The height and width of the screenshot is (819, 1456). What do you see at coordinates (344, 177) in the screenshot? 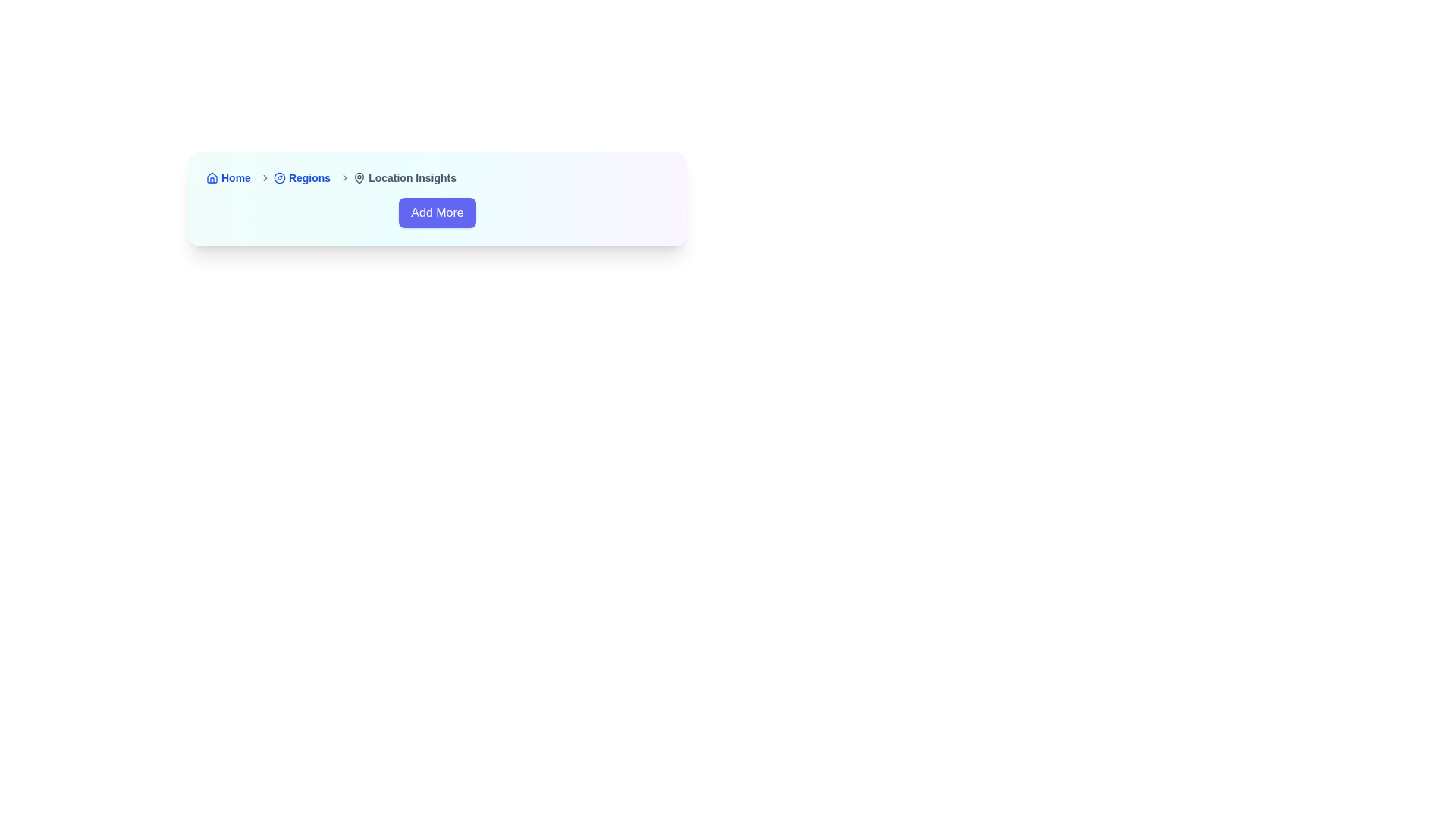
I see `the rightward-pointing chevron icon in the breadcrumb navigation, located immediately to the right of the text 'Regions'` at bounding box center [344, 177].